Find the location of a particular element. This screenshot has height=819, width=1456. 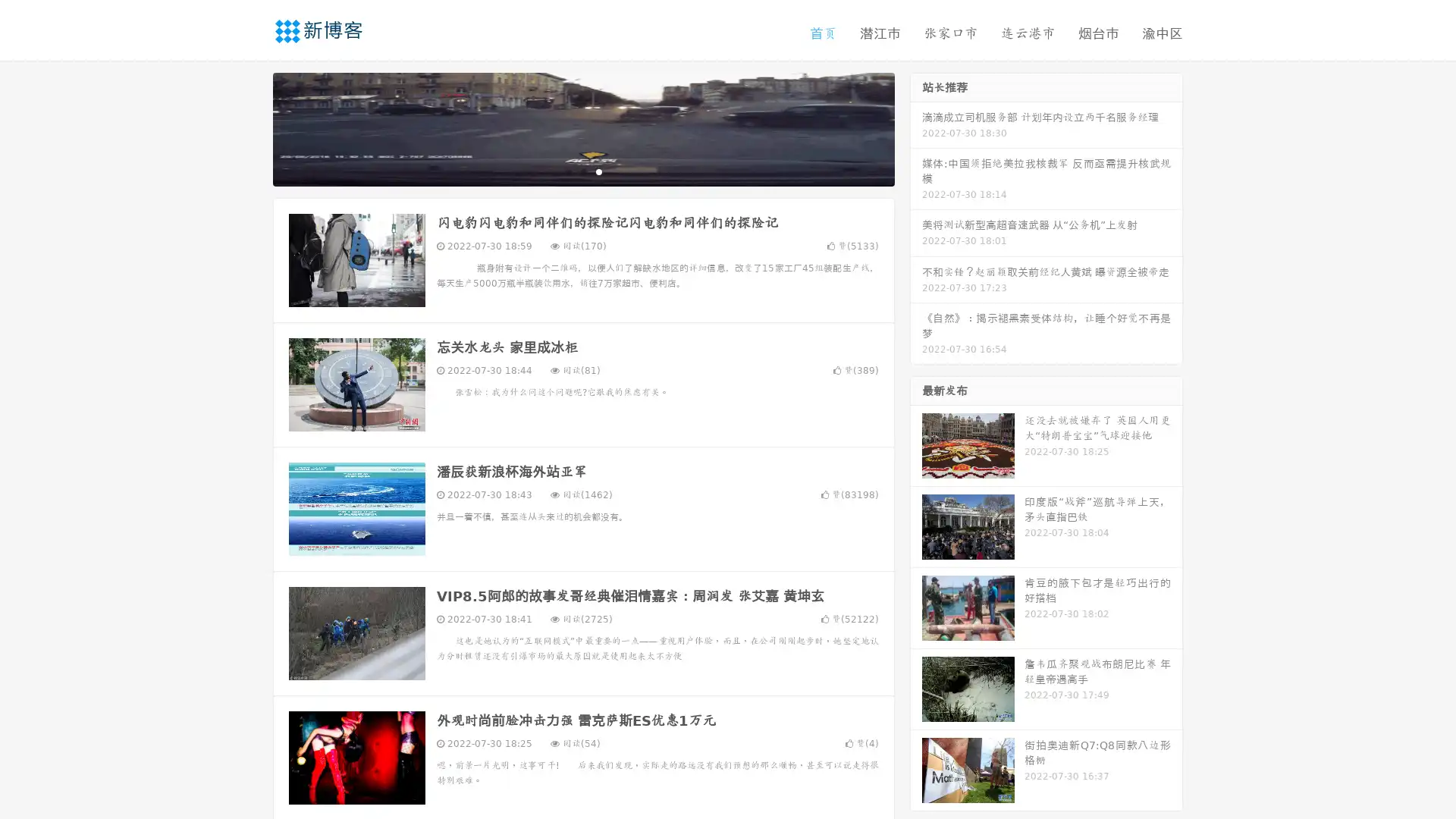

Go to slide 2 is located at coordinates (582, 171).